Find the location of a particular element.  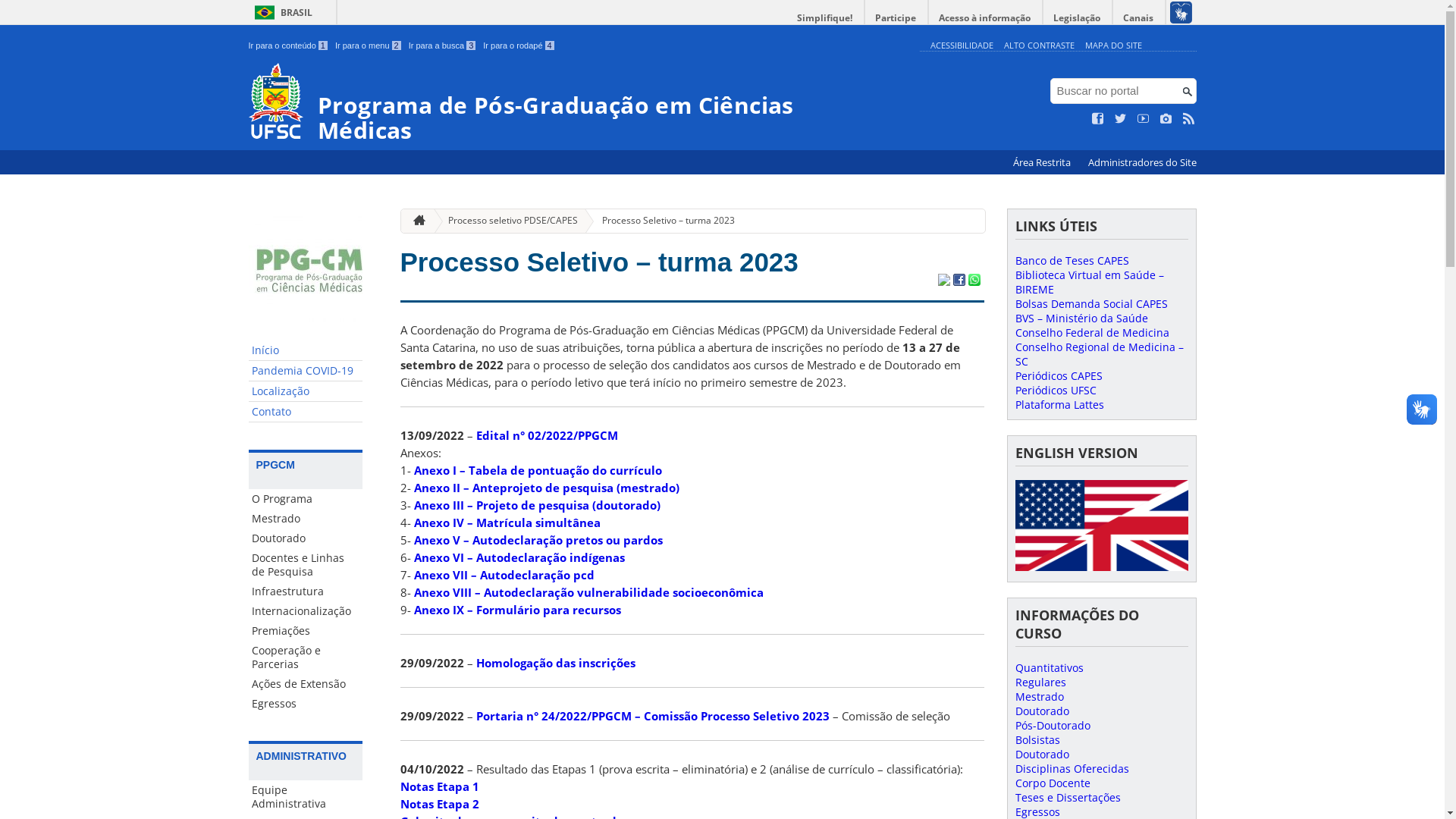

'Contato' is located at coordinates (305, 412).